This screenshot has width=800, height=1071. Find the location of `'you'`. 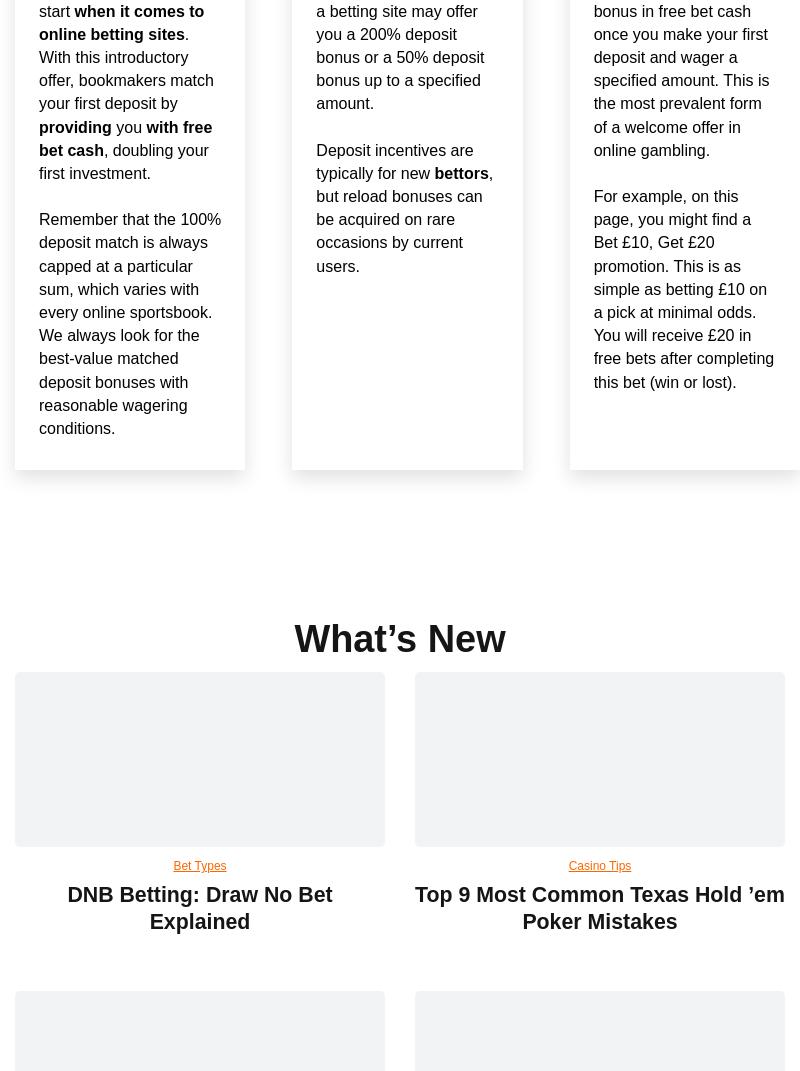

'you' is located at coordinates (127, 126).